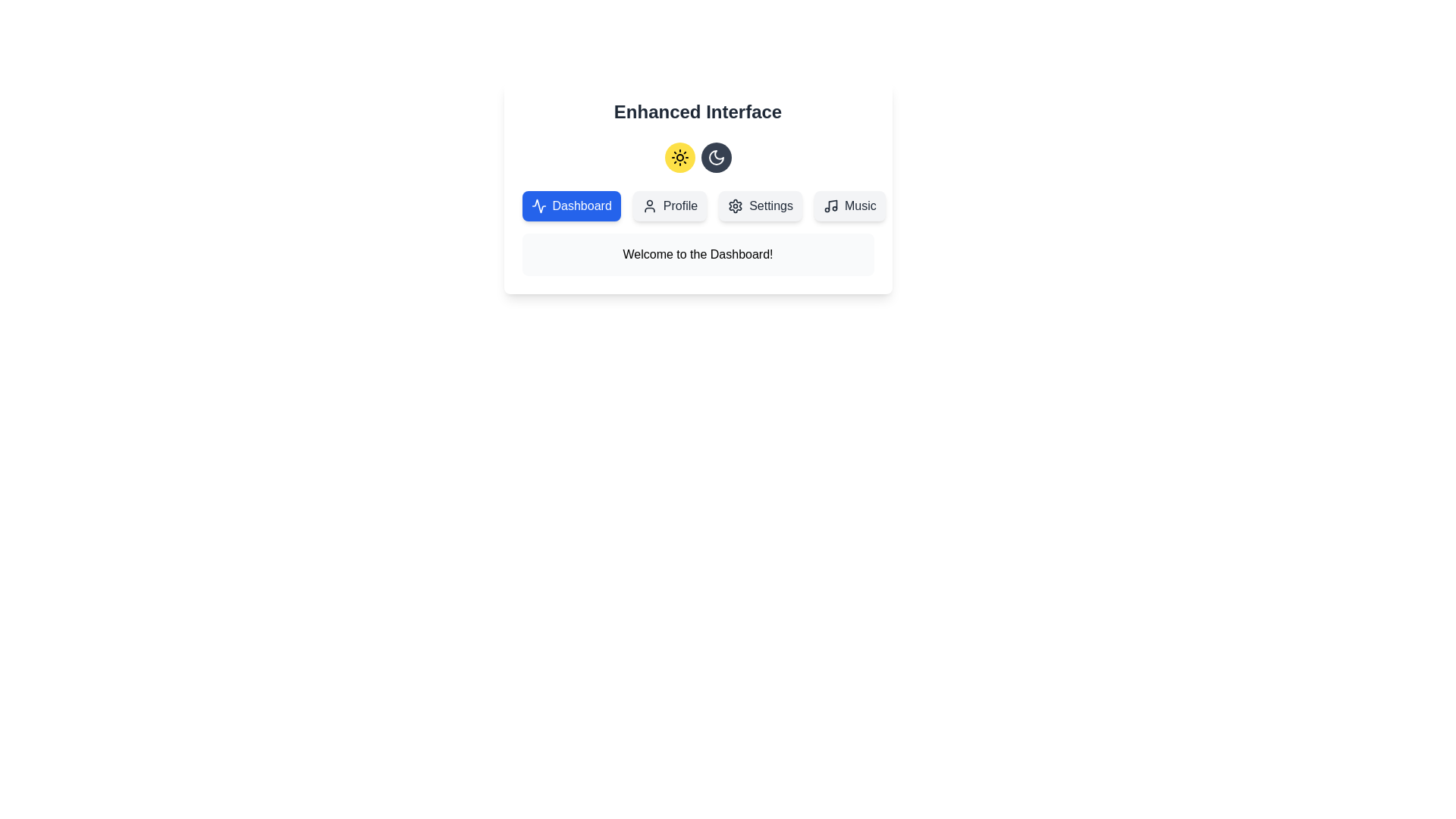  What do you see at coordinates (771, 206) in the screenshot?
I see `the 'Settings' Text Label, which is centrally positioned in the upper section of the interface, to interact with the related settings function` at bounding box center [771, 206].